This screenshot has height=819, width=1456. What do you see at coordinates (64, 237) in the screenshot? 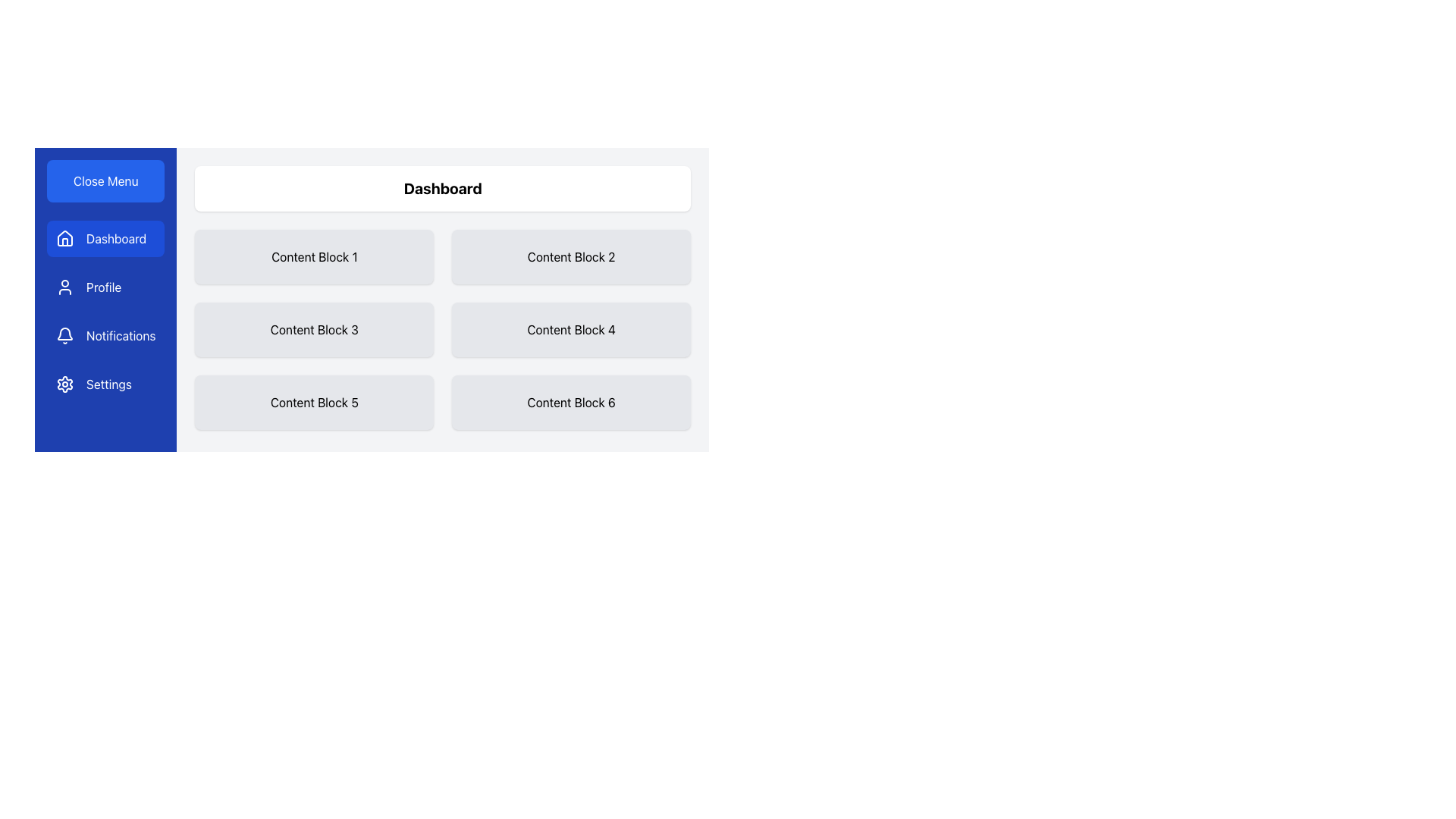
I see `the 'Dashboard' menu item icon located in the left navigation menu, positioned between the 'Close Menu' button and the 'Profile' menu item` at bounding box center [64, 237].